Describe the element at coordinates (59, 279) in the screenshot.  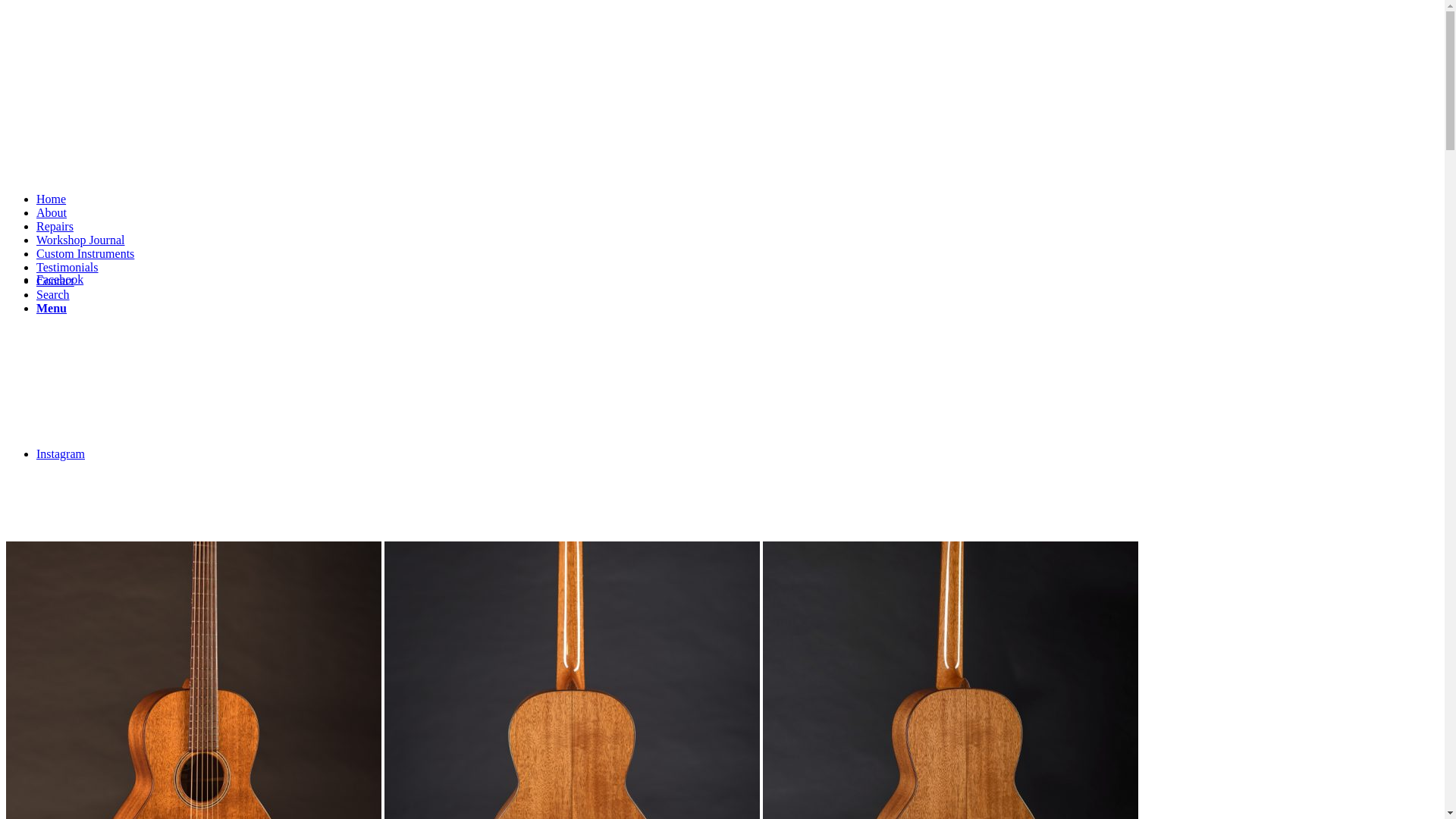
I see `'Facebook'` at that location.